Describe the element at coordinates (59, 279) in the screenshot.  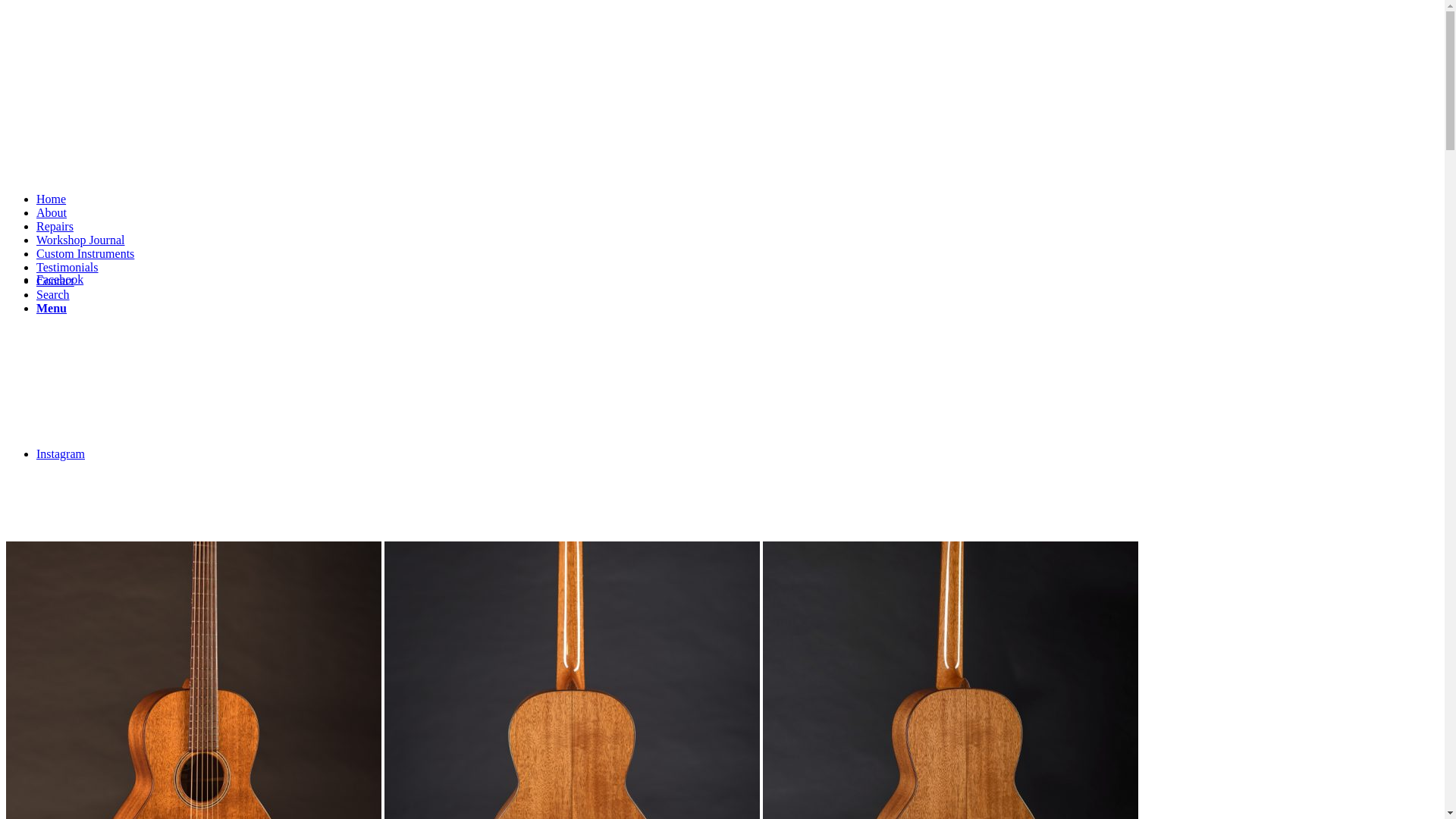
I see `'Facebook'` at that location.